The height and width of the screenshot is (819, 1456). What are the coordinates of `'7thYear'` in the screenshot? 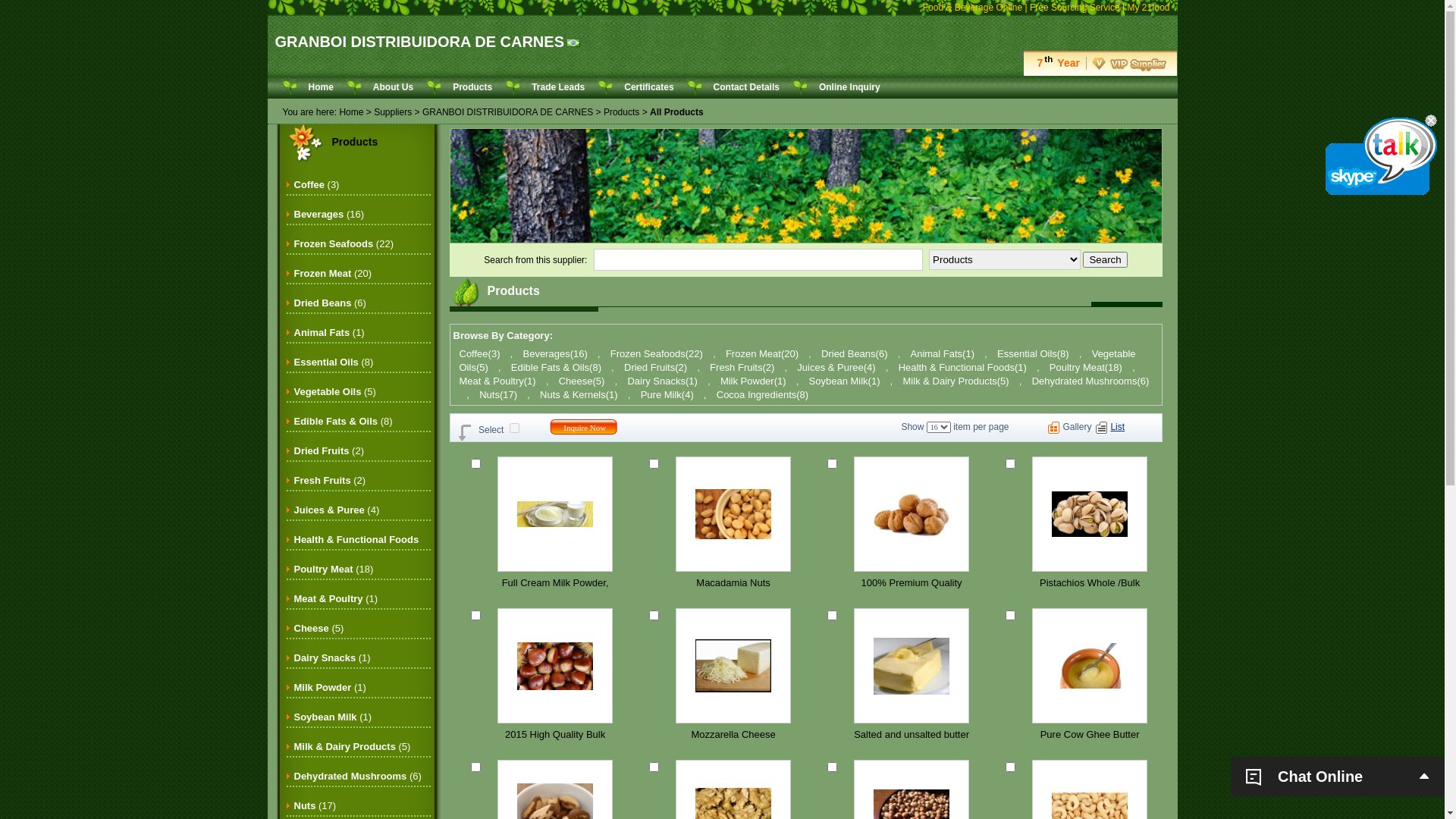 It's located at (1098, 62).